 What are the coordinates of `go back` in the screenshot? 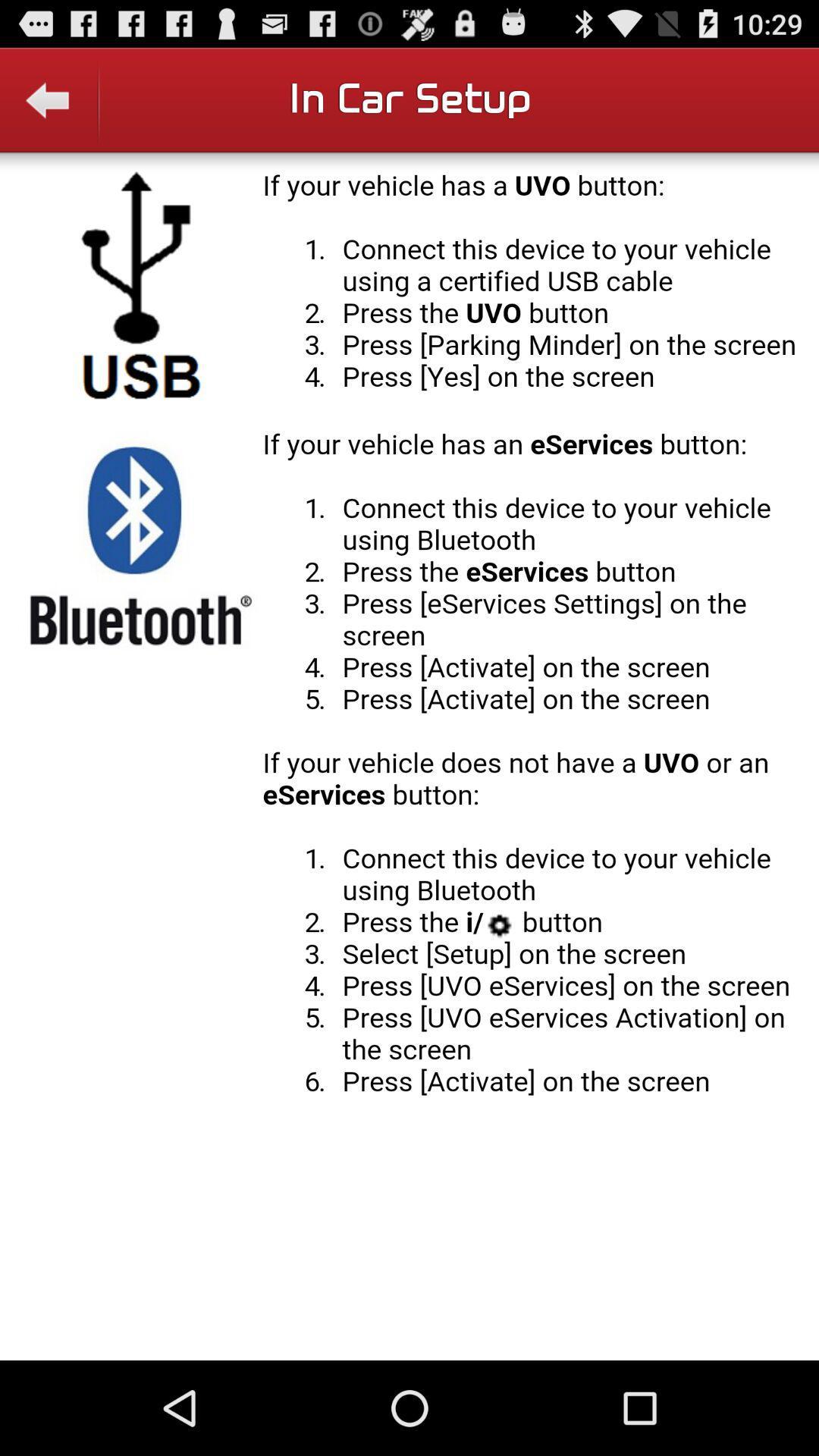 It's located at (49, 109).